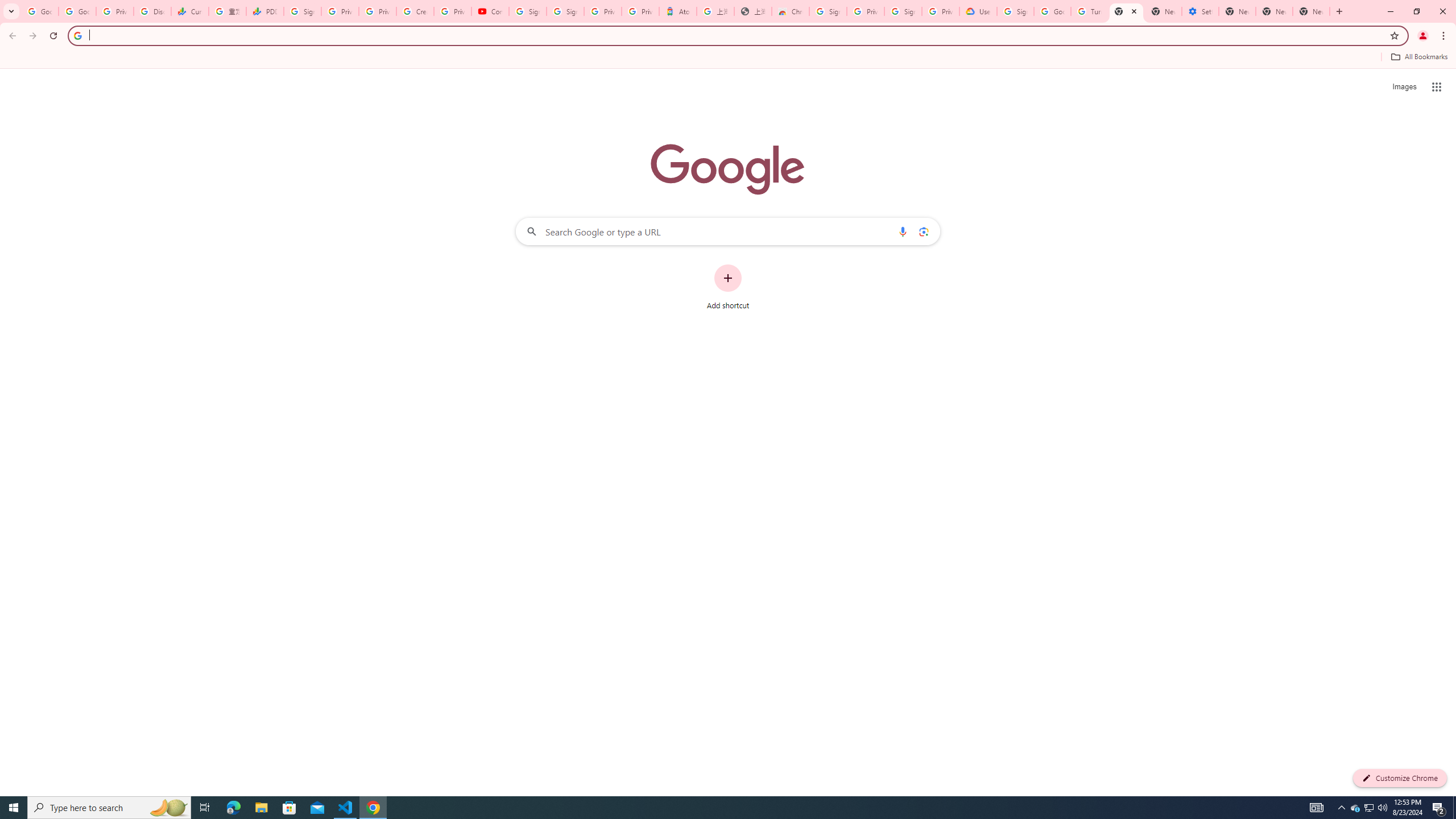 This screenshot has height=819, width=1456. Describe the element at coordinates (565, 11) in the screenshot. I see `'Sign in - Google Accounts'` at that location.